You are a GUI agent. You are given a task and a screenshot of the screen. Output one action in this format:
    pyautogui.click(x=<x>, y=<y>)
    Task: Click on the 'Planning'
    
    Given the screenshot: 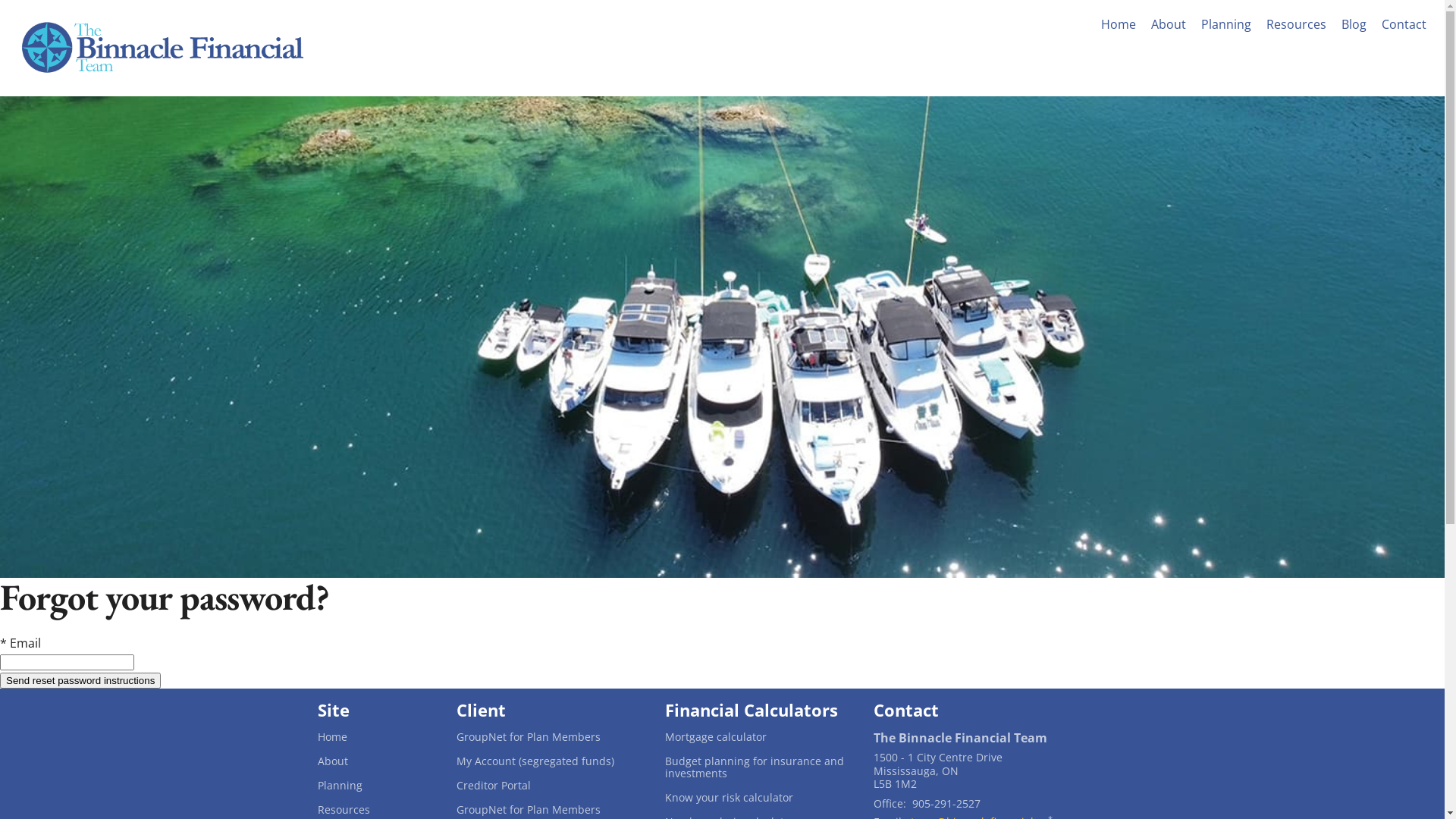 What is the action you would take?
    pyautogui.click(x=374, y=785)
    